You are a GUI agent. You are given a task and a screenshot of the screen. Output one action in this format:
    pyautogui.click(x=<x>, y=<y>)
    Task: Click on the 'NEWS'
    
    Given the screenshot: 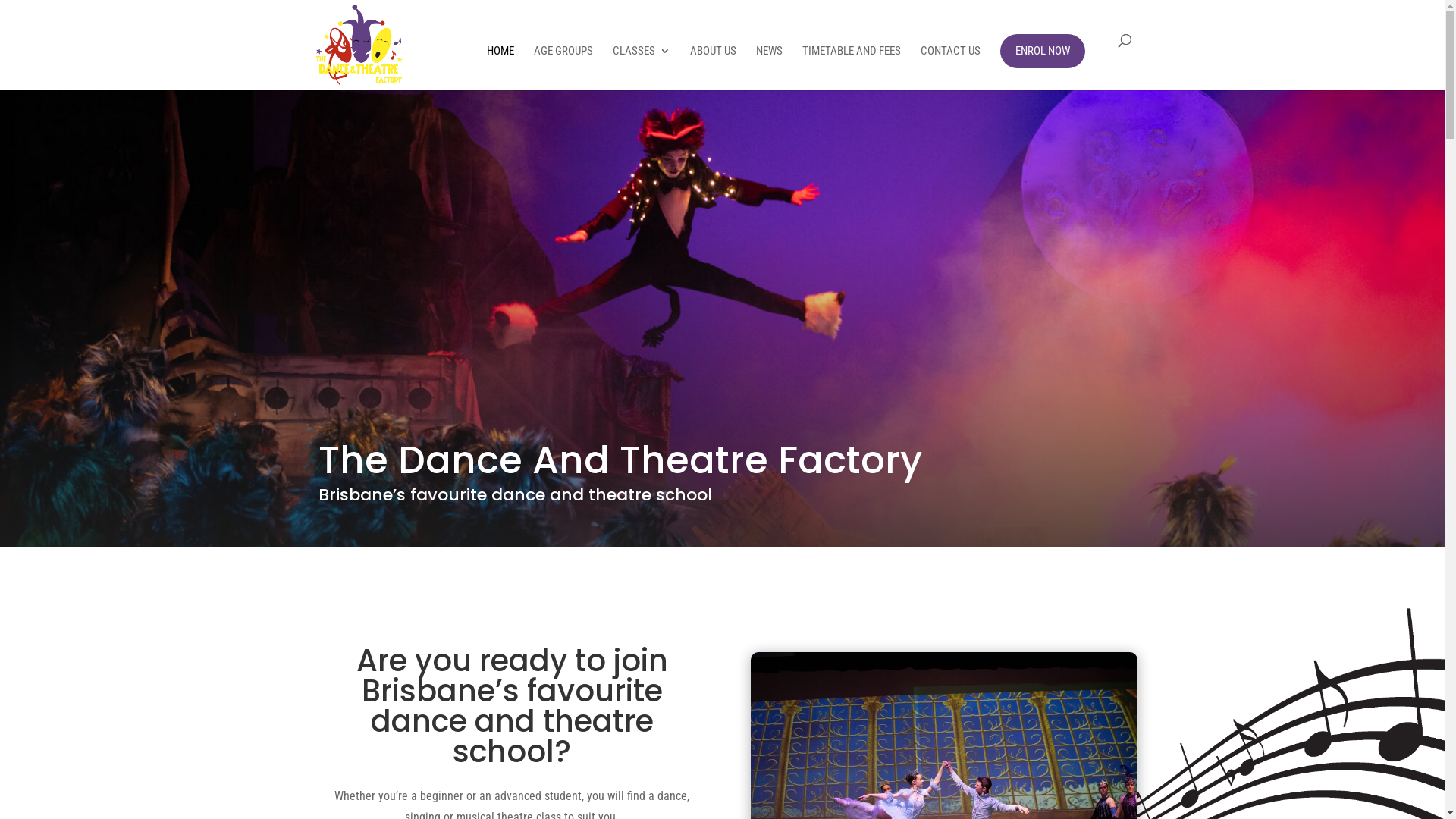 What is the action you would take?
    pyautogui.click(x=768, y=67)
    